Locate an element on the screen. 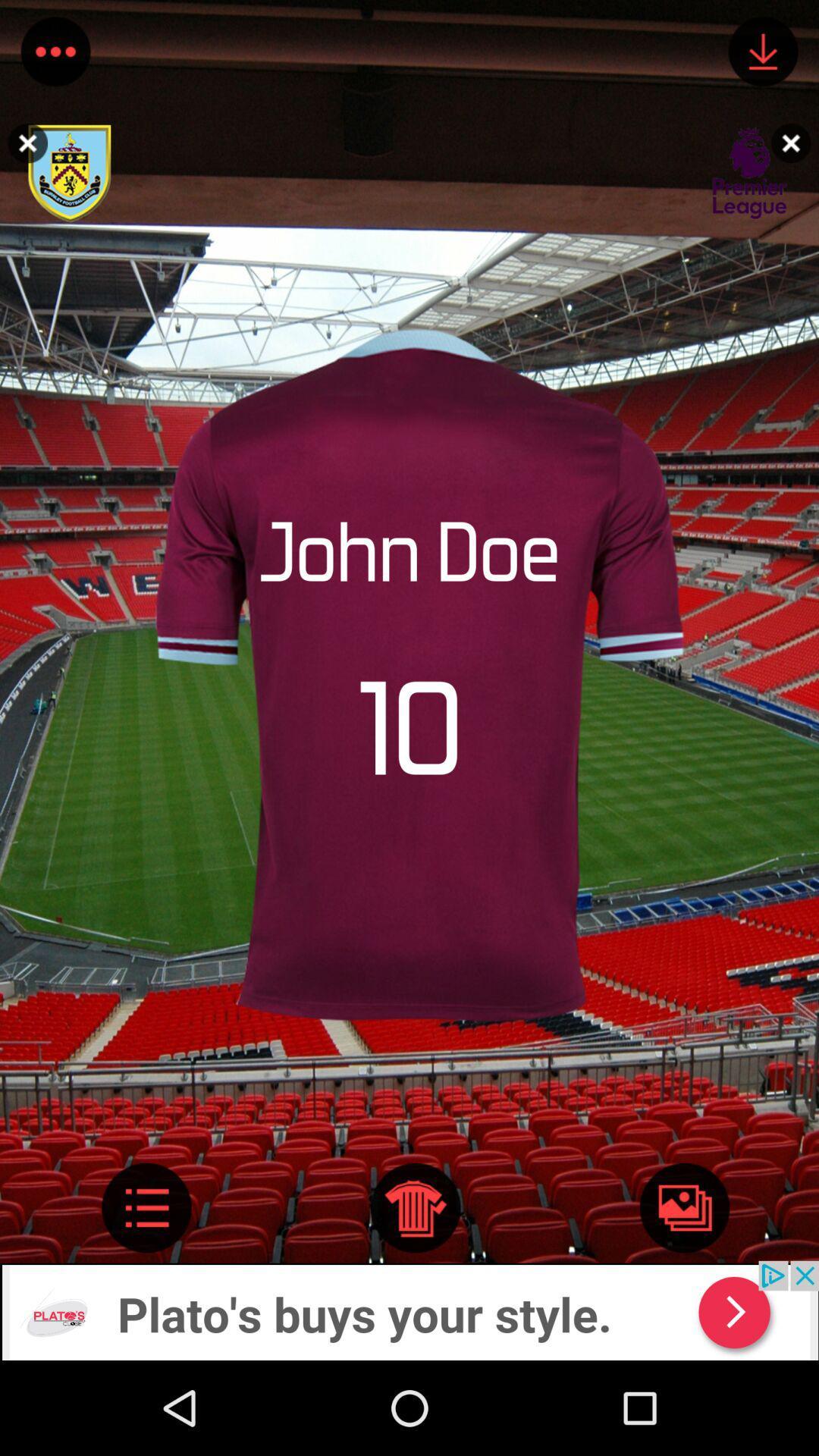 This screenshot has height=1456, width=819. the close icon is located at coordinates (24, 143).